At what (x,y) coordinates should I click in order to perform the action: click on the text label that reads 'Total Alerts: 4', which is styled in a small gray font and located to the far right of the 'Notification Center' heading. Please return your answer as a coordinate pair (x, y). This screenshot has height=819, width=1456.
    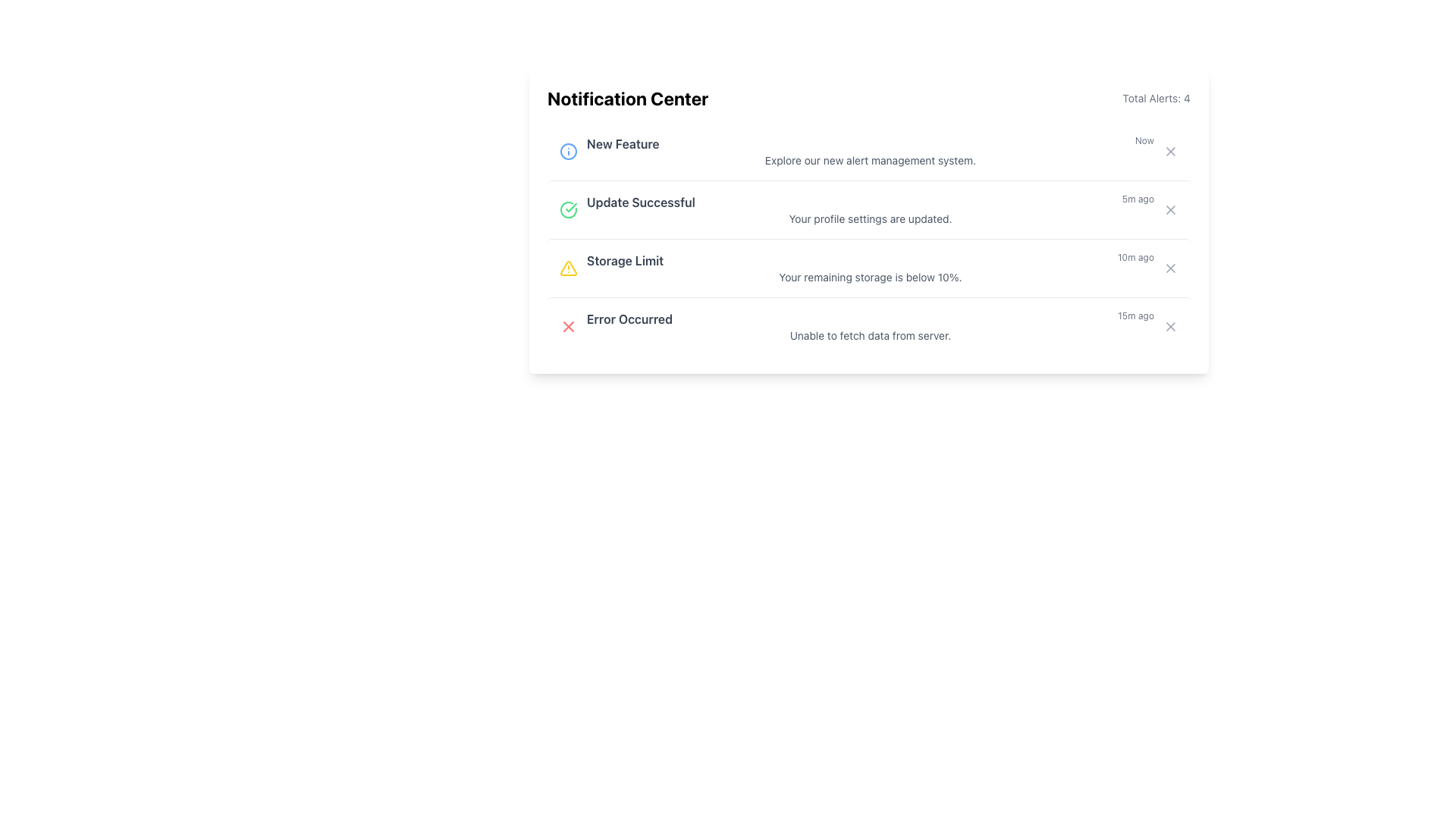
    Looking at the image, I should click on (1156, 99).